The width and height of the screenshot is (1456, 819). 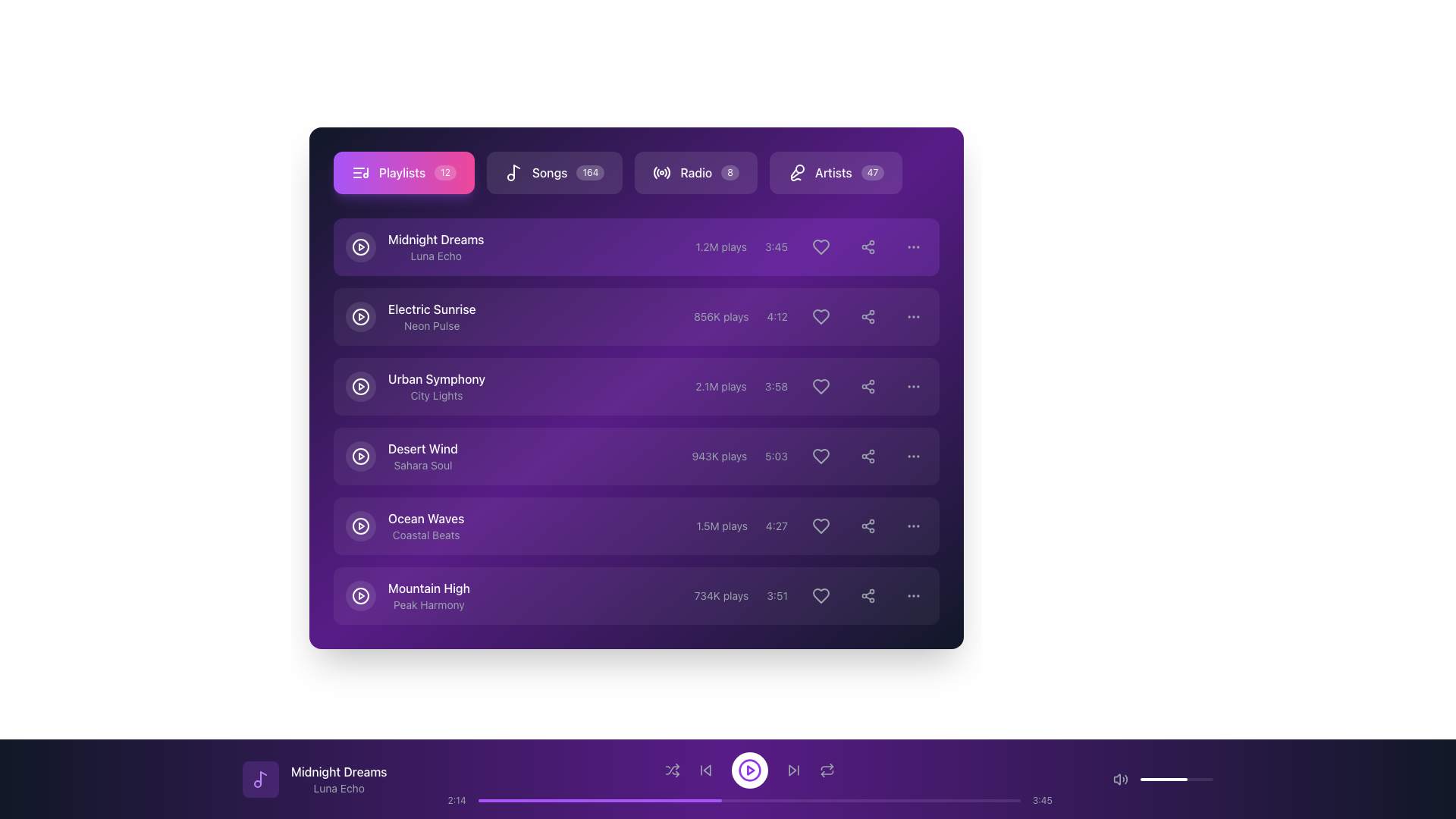 What do you see at coordinates (436, 394) in the screenshot?
I see `the subtitle text label that provides additional context for the 'Urban Symphony' playlist, located in the third row of the playlist interface` at bounding box center [436, 394].